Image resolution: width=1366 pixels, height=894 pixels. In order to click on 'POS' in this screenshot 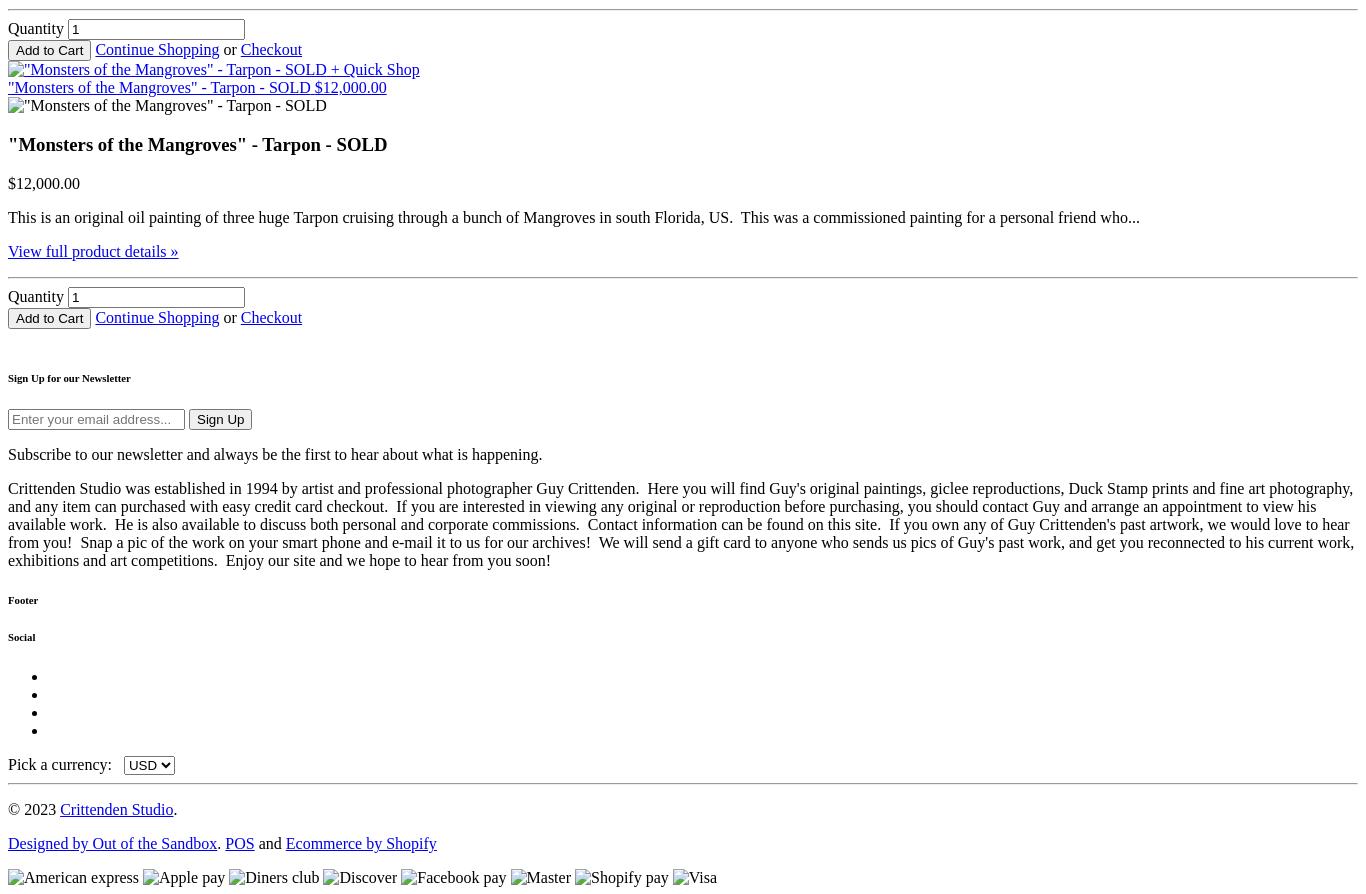, I will do `click(239, 842)`.